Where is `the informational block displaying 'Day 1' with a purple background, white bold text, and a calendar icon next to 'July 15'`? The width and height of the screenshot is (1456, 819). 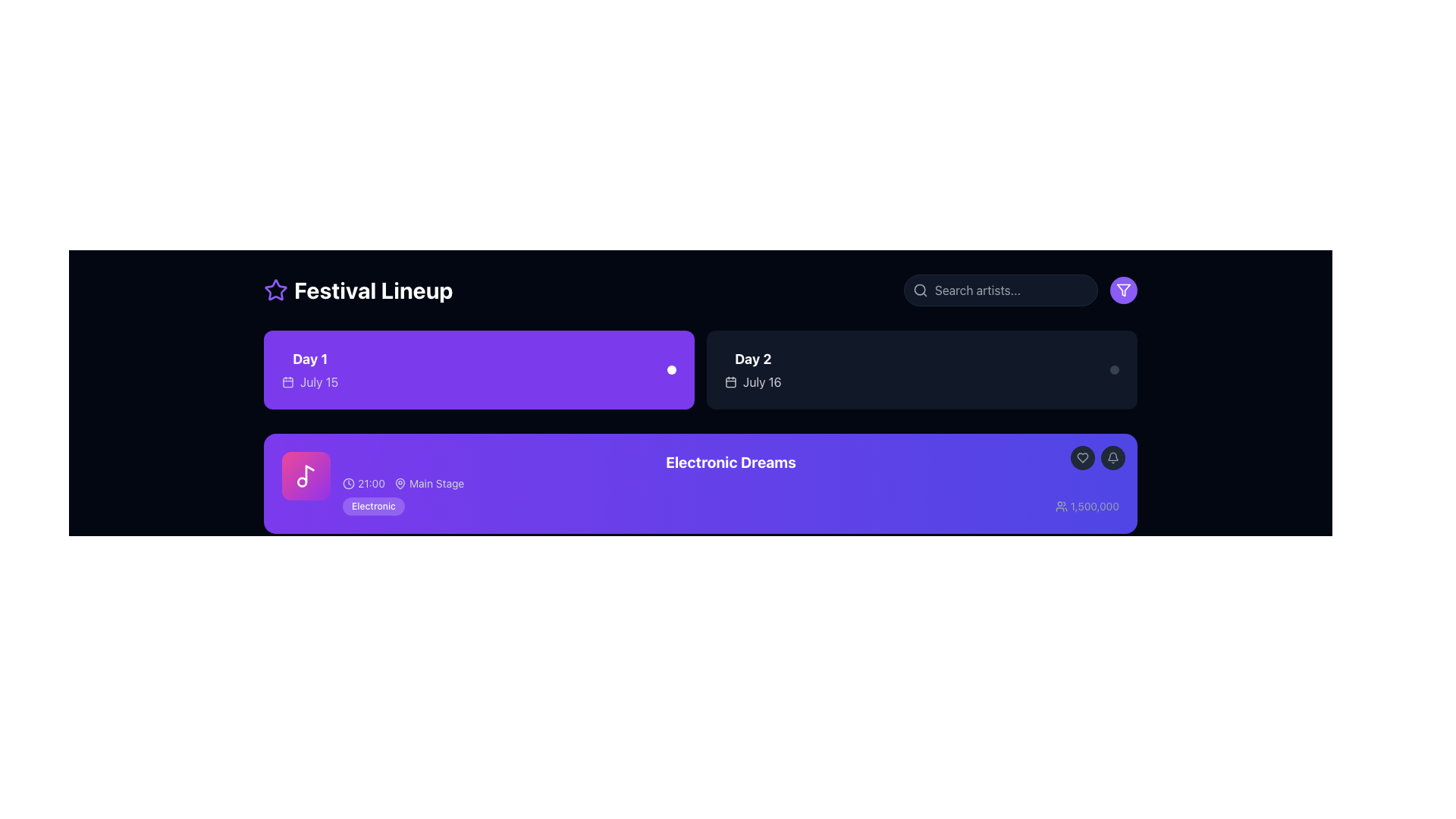 the informational block displaying 'Day 1' with a purple background, white bold text, and a calendar icon next to 'July 15' is located at coordinates (309, 370).